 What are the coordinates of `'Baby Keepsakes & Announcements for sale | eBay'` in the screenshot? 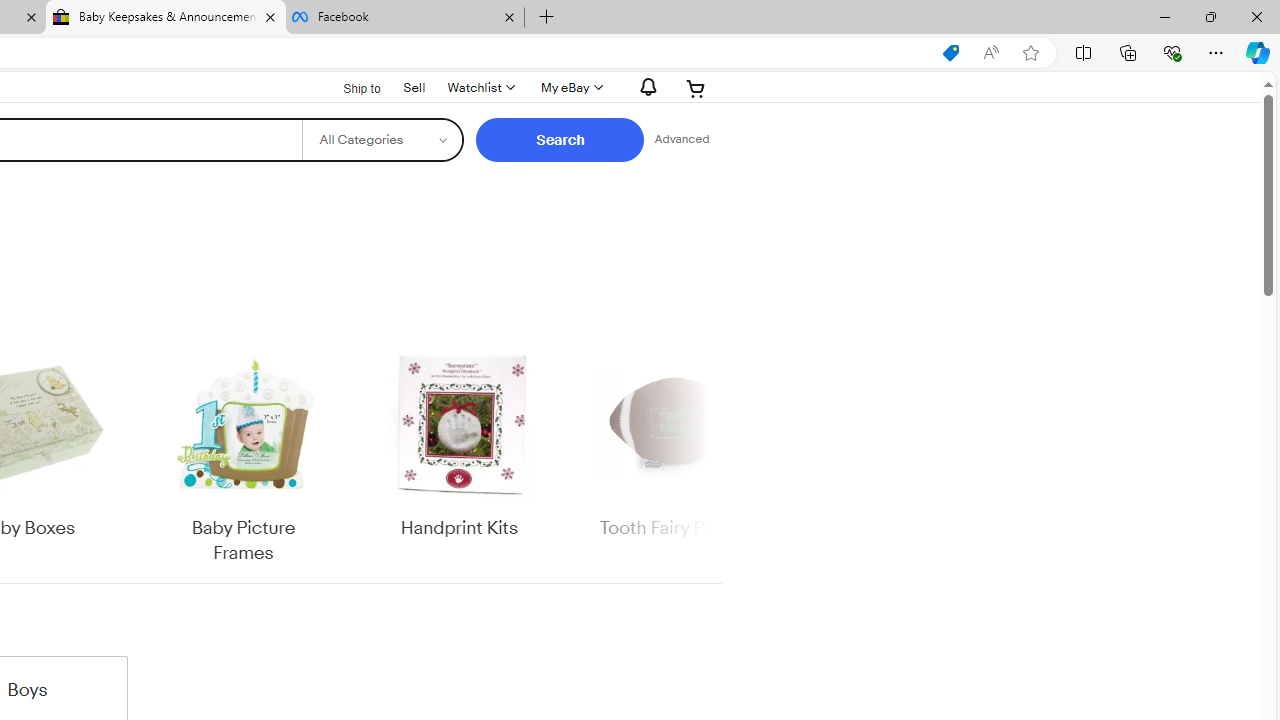 It's located at (166, 17).